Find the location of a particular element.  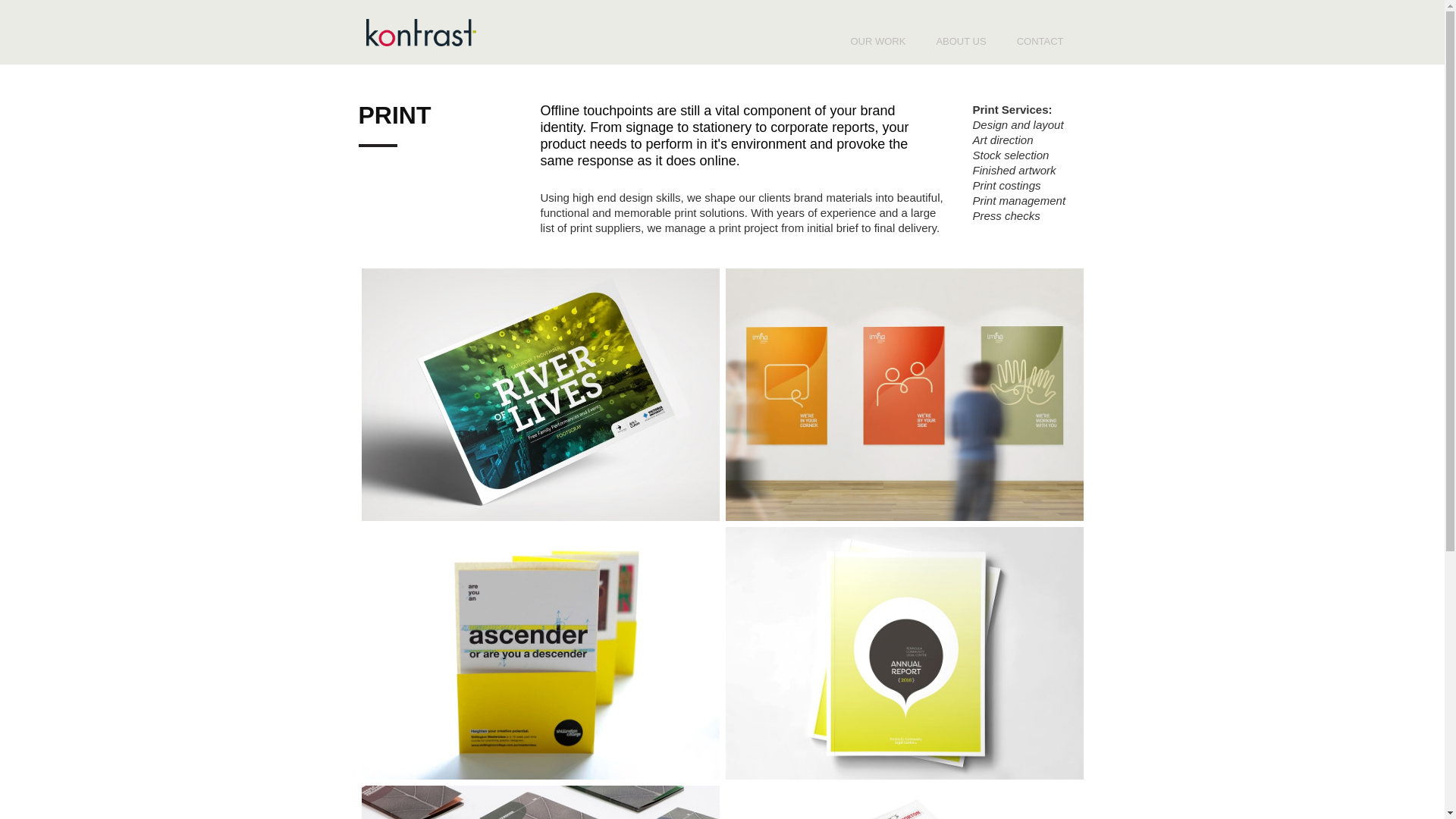

'OUR WORK' is located at coordinates (833, 40).